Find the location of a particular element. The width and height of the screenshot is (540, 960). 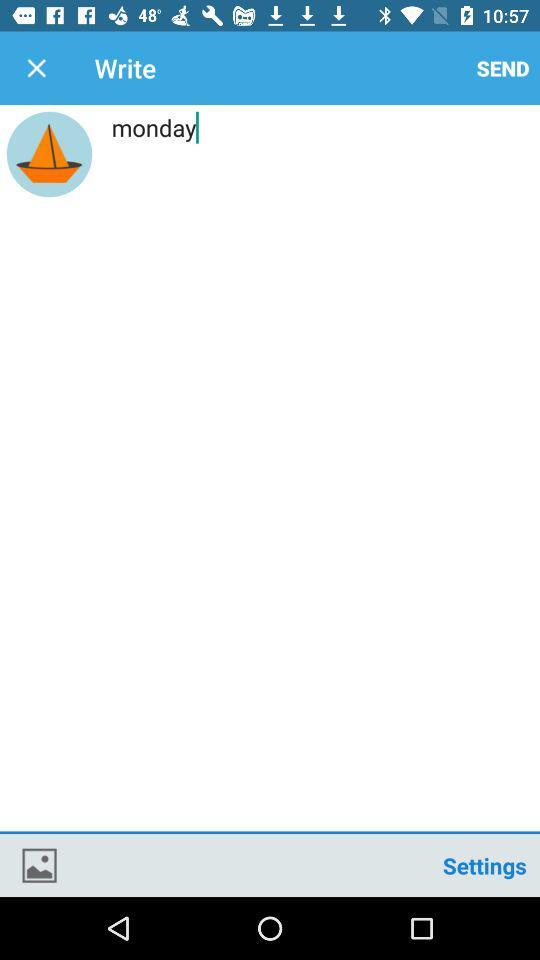

monday is located at coordinates (270, 471).